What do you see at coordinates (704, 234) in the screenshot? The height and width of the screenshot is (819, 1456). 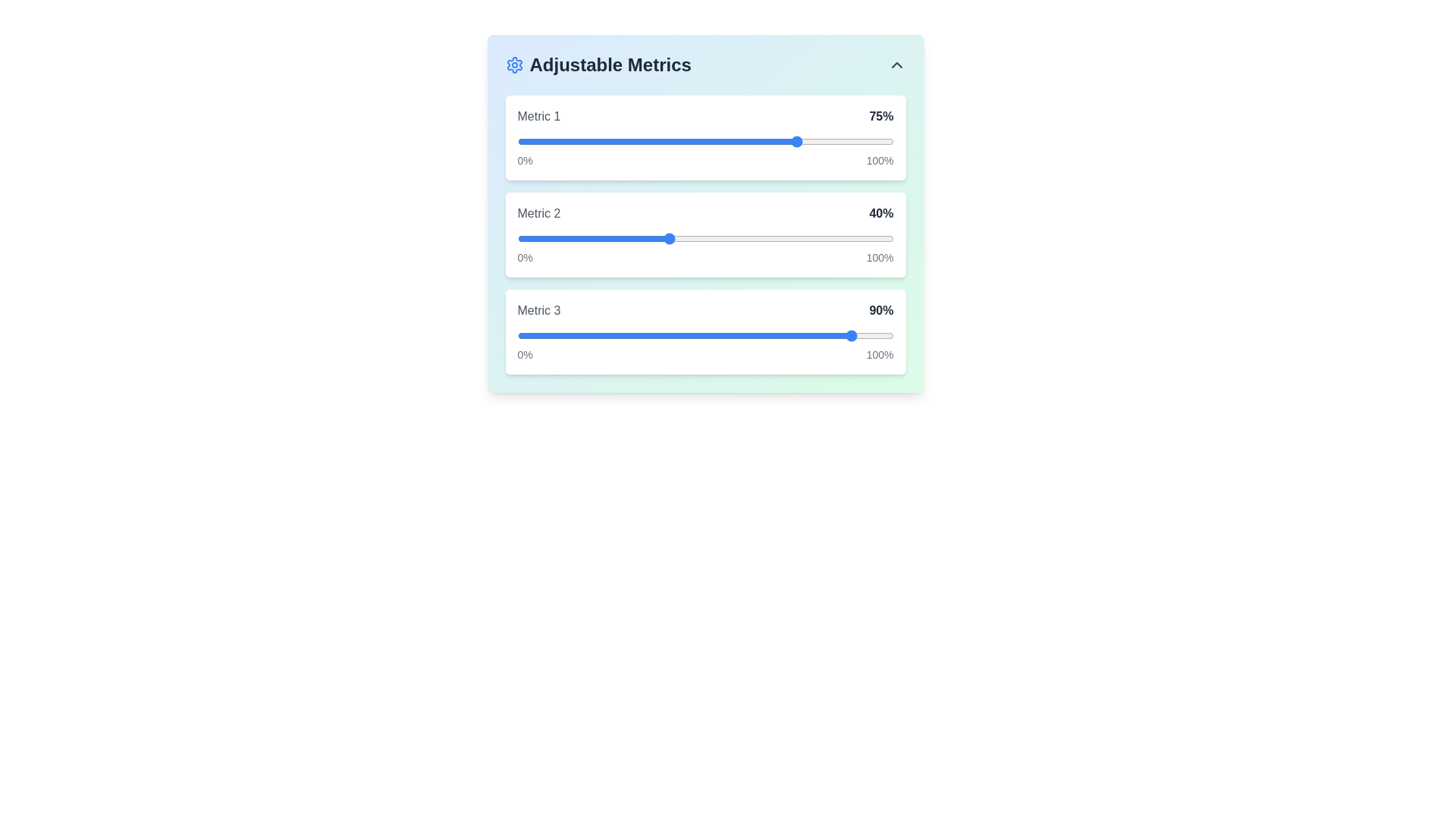 I see `the interactive slider within the 'Metric 2' card to set a specific value on the slider` at bounding box center [704, 234].